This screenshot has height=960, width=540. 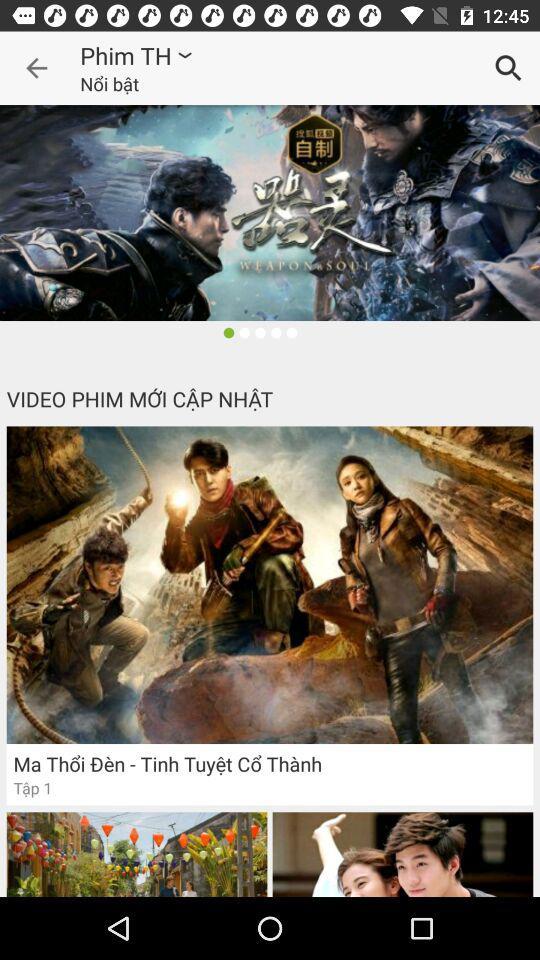 I want to click on the item next to the phim th, so click(x=36, y=68).